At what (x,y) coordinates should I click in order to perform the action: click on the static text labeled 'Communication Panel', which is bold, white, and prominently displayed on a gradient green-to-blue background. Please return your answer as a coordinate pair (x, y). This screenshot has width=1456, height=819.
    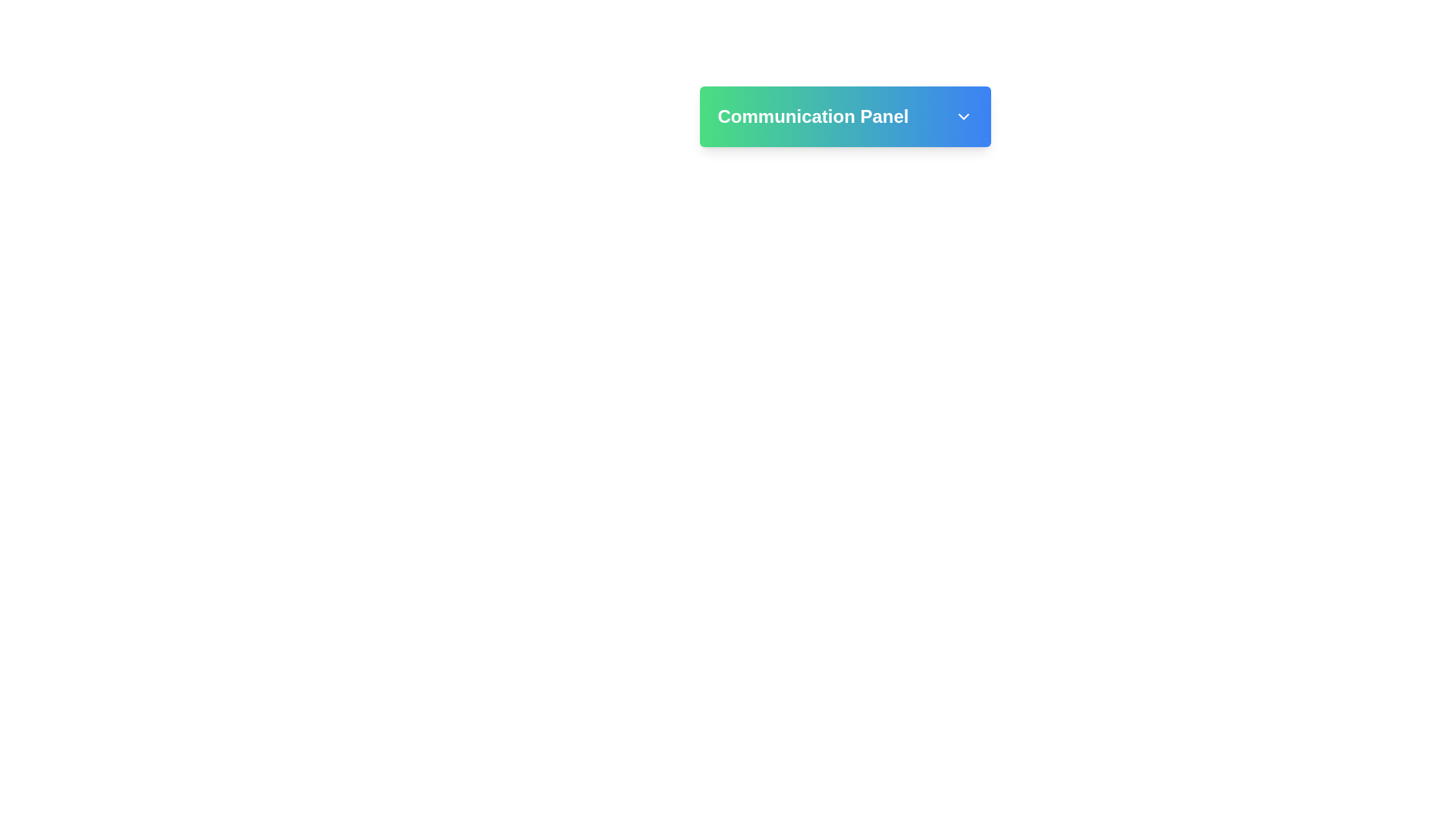
    Looking at the image, I should click on (812, 116).